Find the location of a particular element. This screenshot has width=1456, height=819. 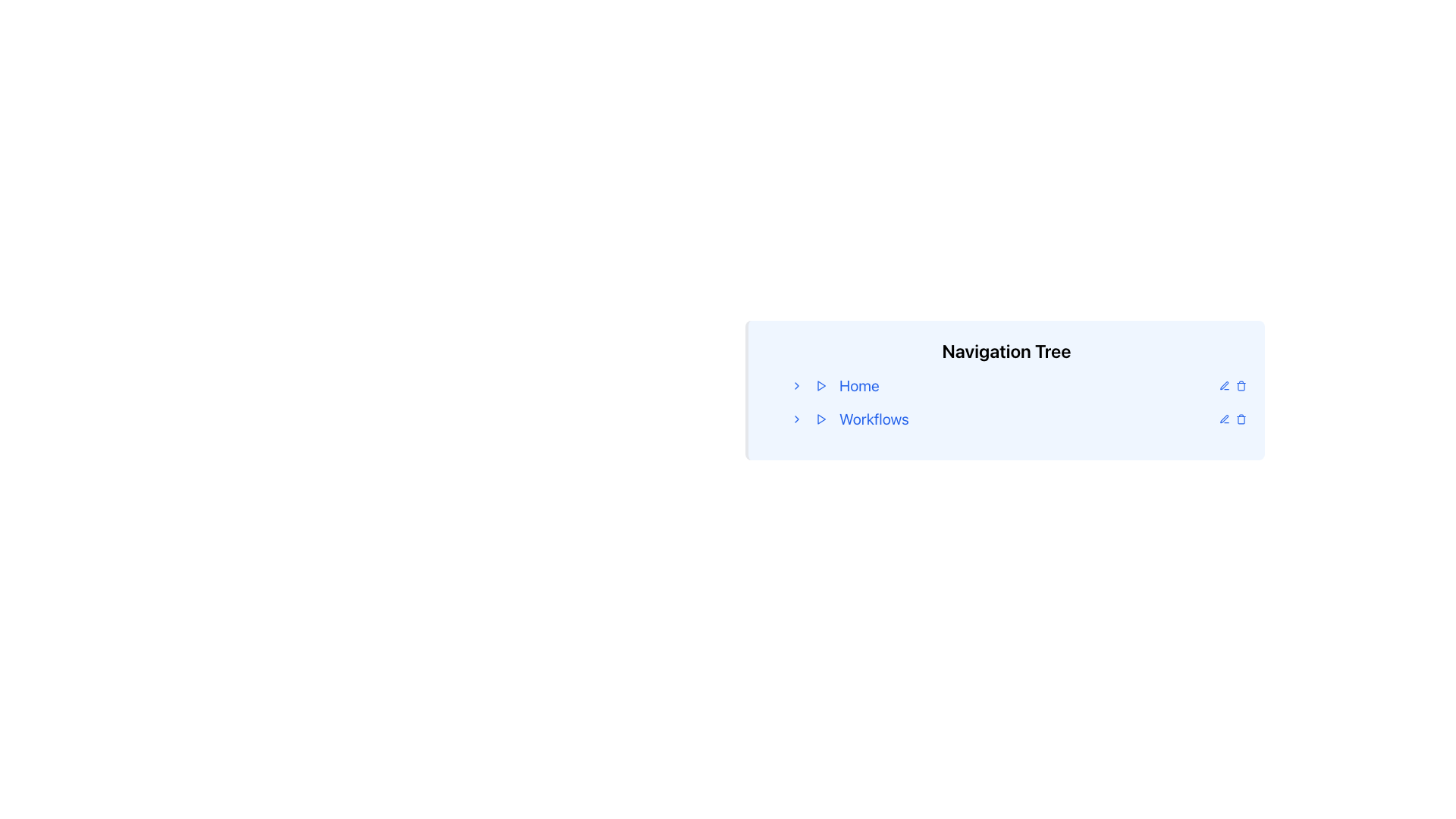

the small triangular play button icon with a bold blue outline located in the Navigation Tree section, positioned to the left of the 'Home' text is located at coordinates (821, 385).